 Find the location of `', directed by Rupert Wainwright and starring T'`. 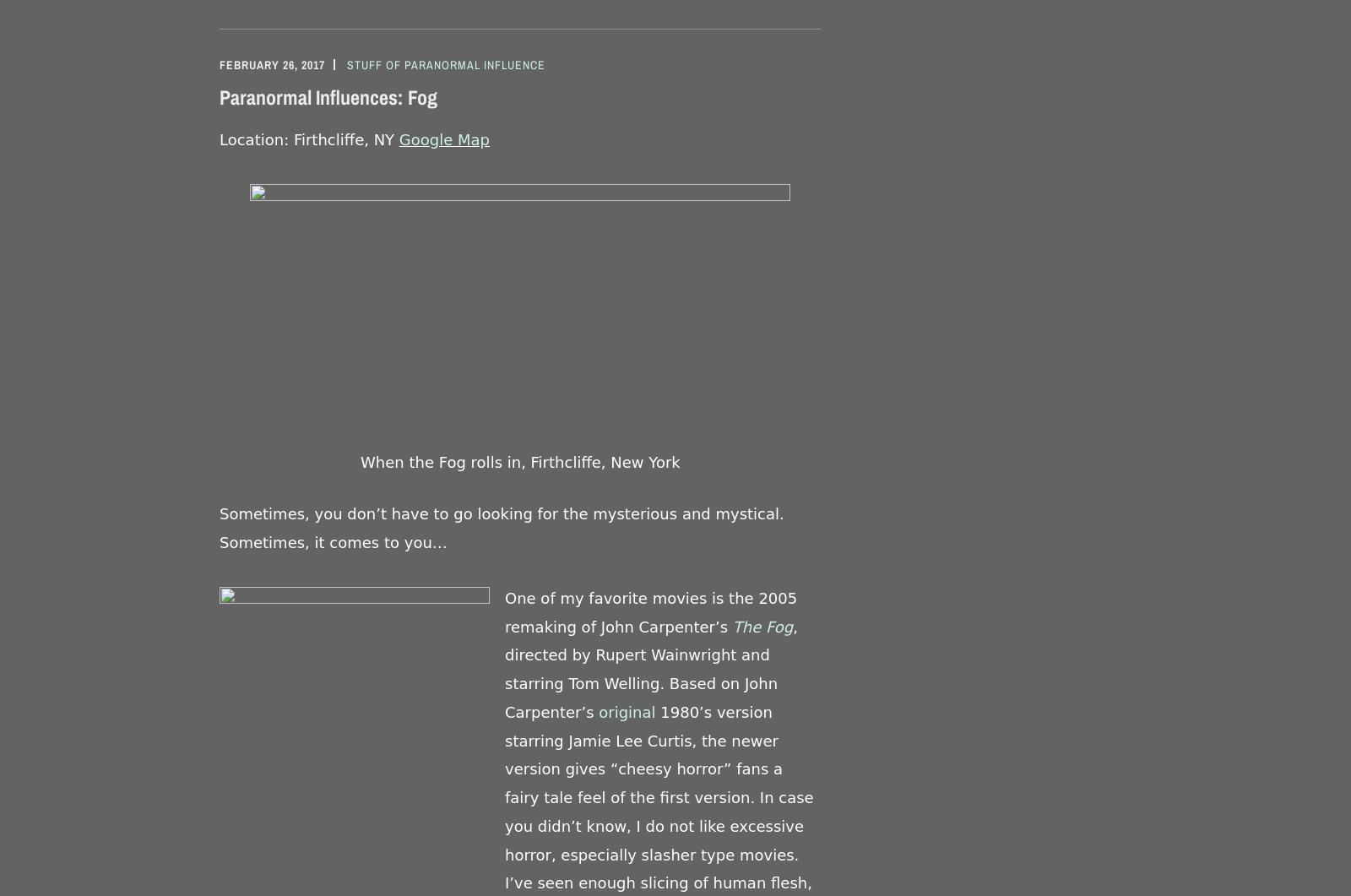

', directed by Rupert Wainwright and starring T' is located at coordinates (504, 654).